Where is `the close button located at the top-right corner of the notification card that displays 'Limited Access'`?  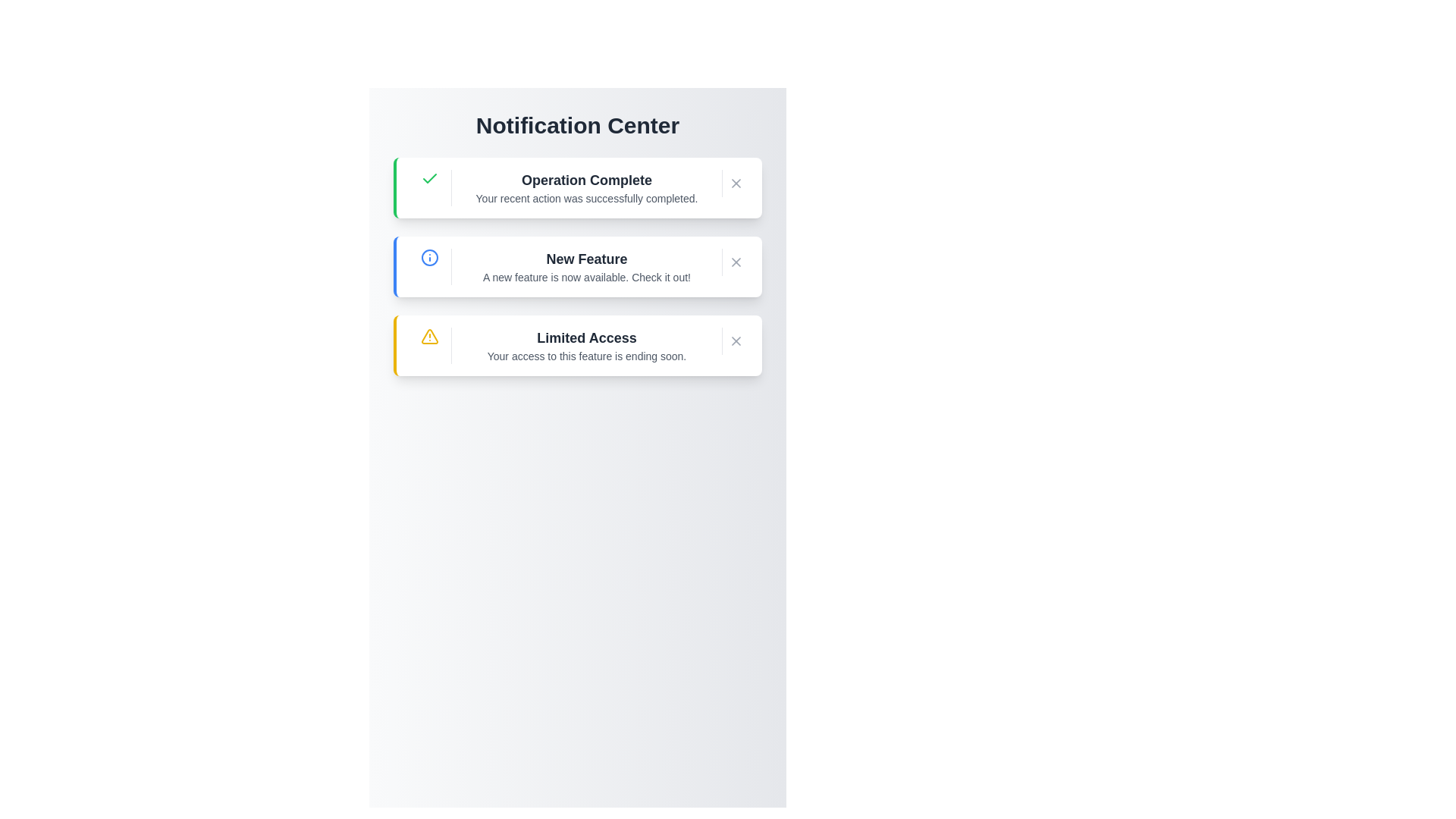 the close button located at the top-right corner of the notification card that displays 'Limited Access' is located at coordinates (736, 341).